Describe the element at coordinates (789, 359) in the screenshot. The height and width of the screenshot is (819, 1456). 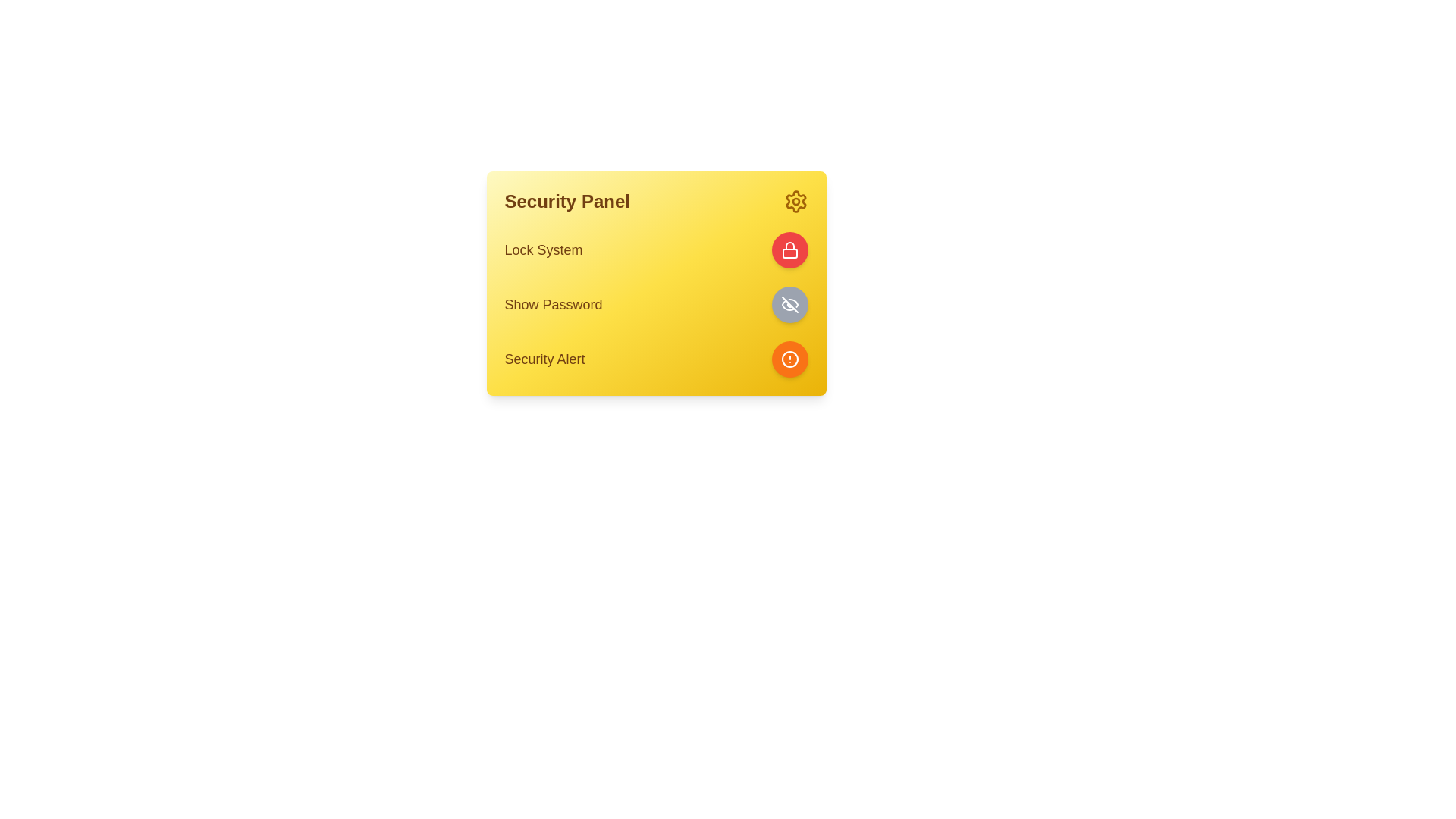
I see `the circular base of the 'Security Alert' icon, which is part of an icon group located at the bottom-right corner of a yellow panel and filled with a medium orange hue` at that location.